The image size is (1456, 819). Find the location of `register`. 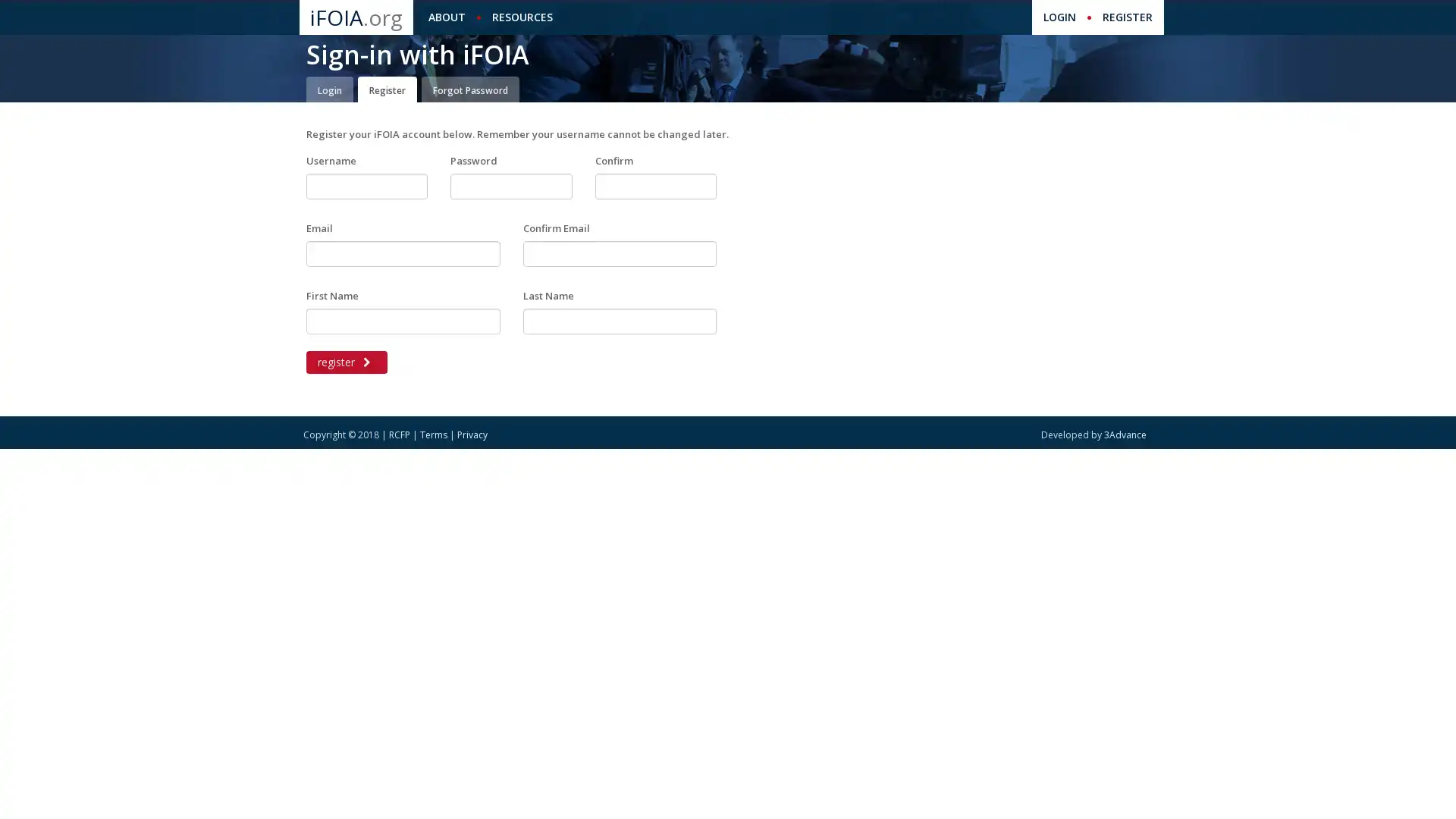

register is located at coordinates (346, 362).